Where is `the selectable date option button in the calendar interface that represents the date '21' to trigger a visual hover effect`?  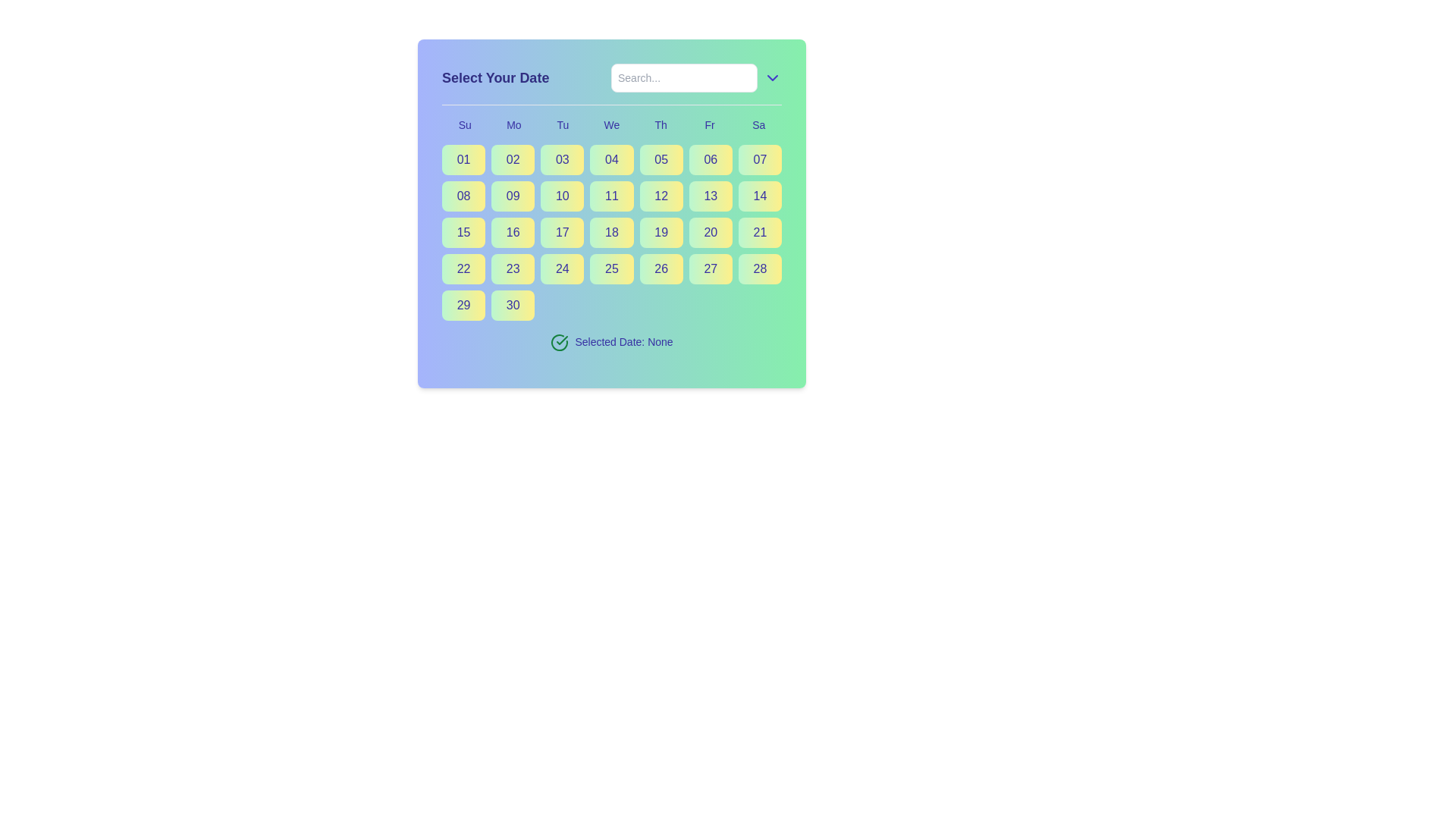
the selectable date option button in the calendar interface that represents the date '21' to trigger a visual hover effect is located at coordinates (760, 233).